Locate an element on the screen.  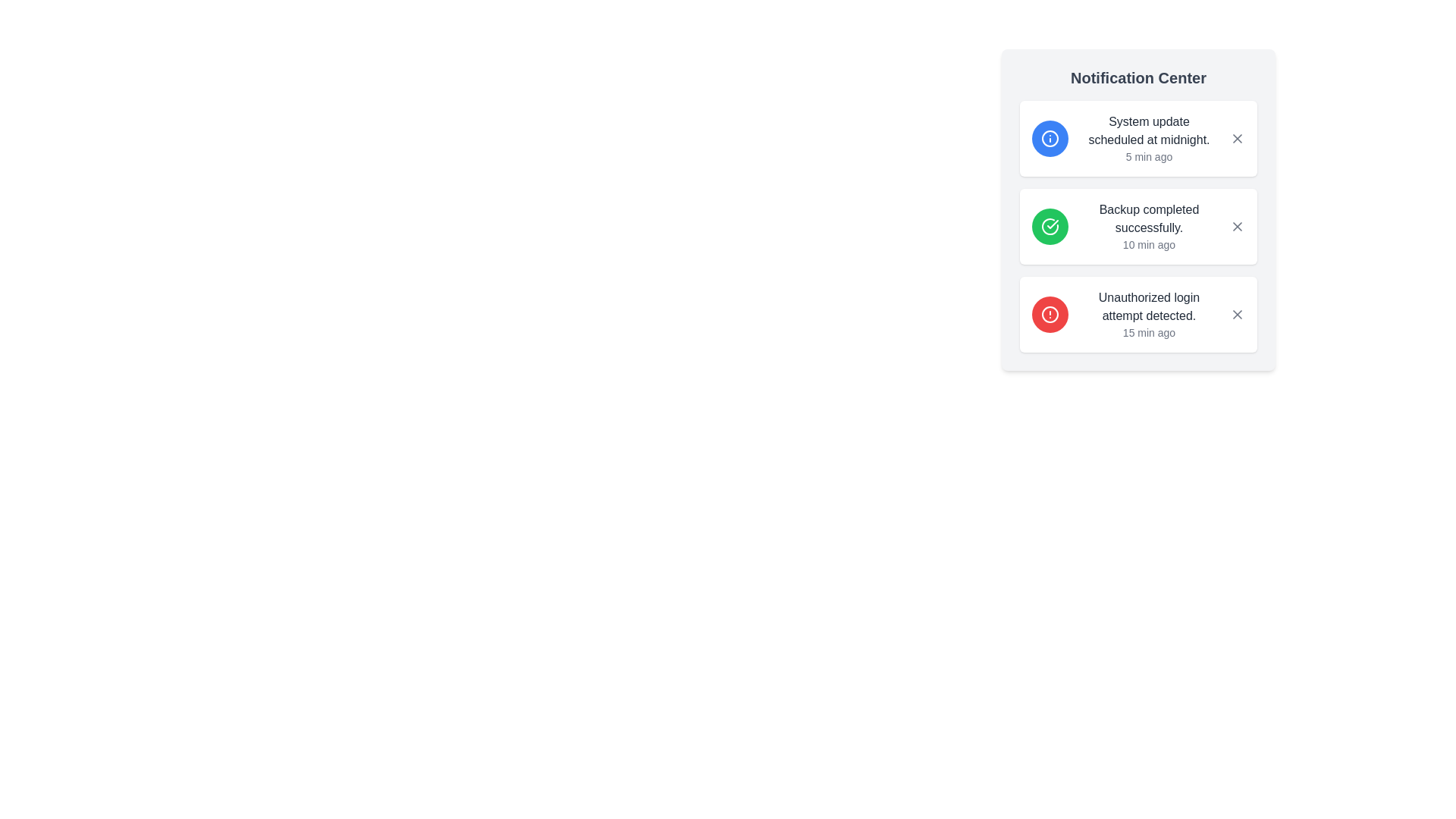
the label displaying '10 min ago' in light gray text, located beneath 'Backup completed successfully.' in the notification card within the Notification Center is located at coordinates (1149, 244).